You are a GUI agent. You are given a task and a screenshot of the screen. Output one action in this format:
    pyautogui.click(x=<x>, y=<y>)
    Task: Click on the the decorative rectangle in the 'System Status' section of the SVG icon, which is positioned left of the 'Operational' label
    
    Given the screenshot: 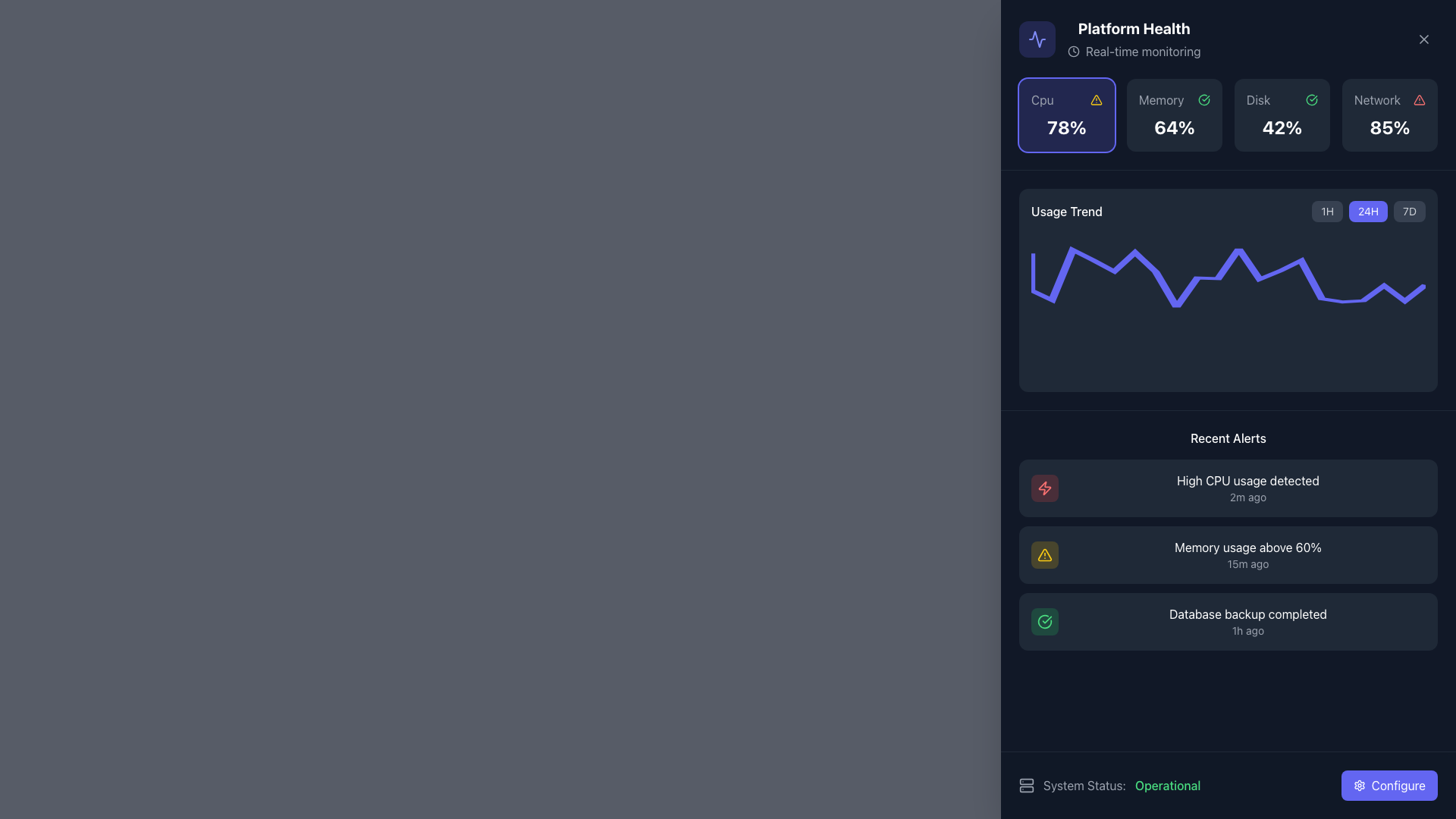 What is the action you would take?
    pyautogui.click(x=1026, y=789)
    